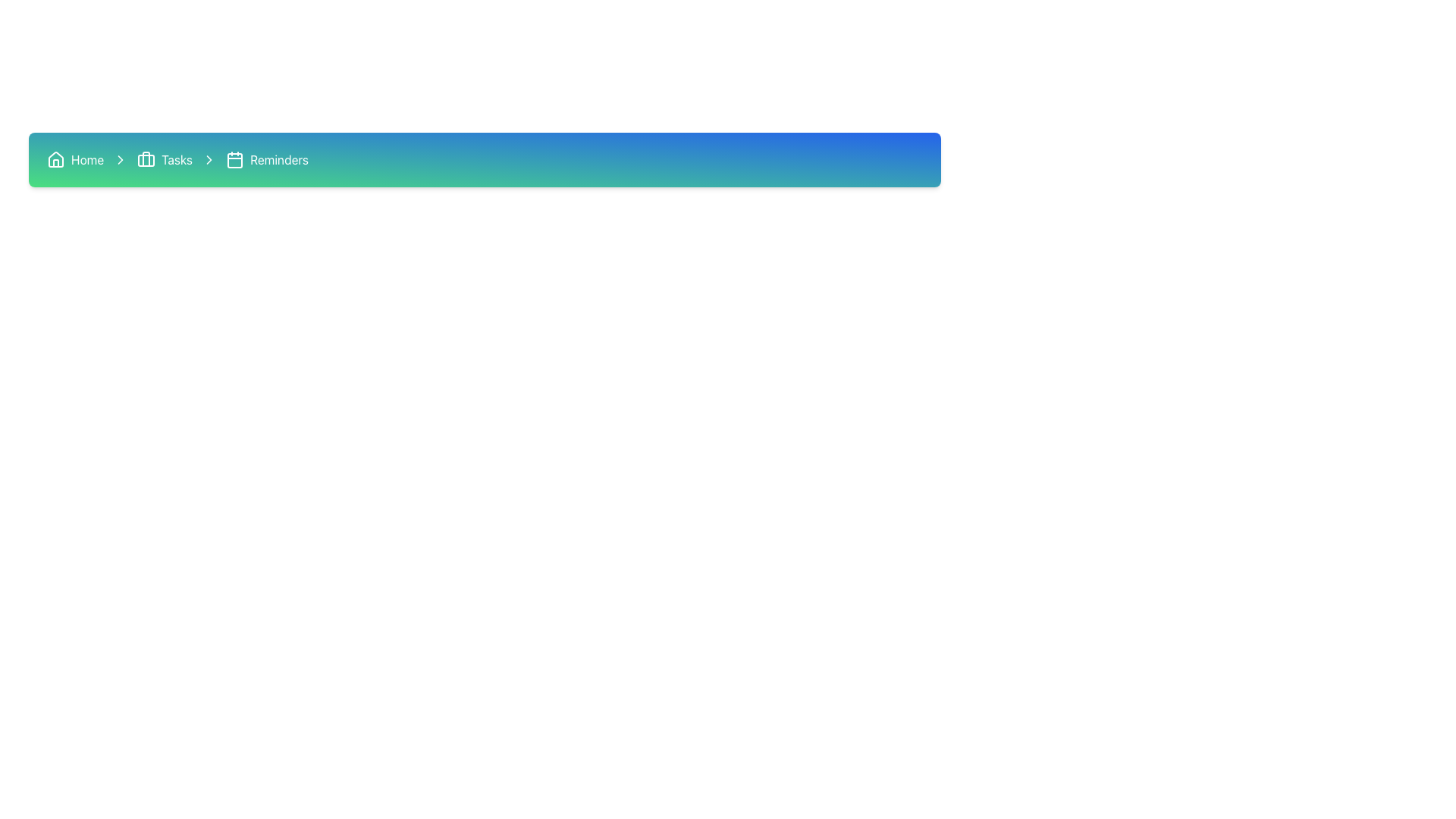 This screenshot has height=819, width=1456. Describe the element at coordinates (279, 160) in the screenshot. I see `the text label displaying 'Reminders' in the breadcrumb navigation bar, styled with white text and positioned after the 'Tasks' link` at that location.